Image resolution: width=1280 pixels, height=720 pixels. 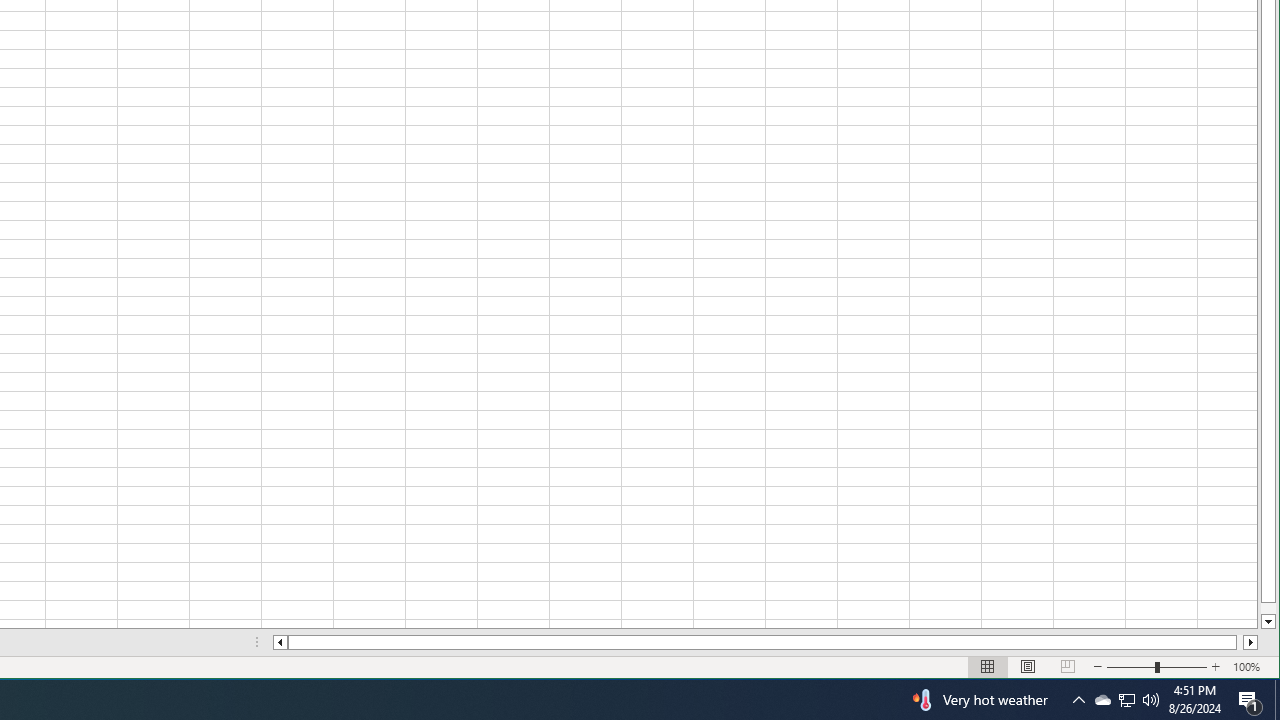 What do you see at coordinates (1250, 698) in the screenshot?
I see `'Action Center, 1 new notification'` at bounding box center [1250, 698].